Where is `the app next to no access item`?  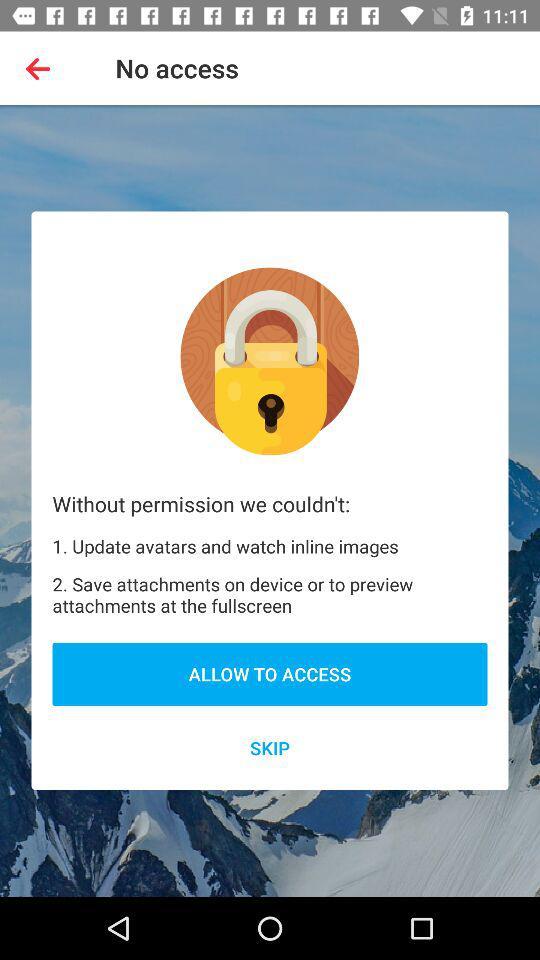 the app next to no access item is located at coordinates (42, 68).